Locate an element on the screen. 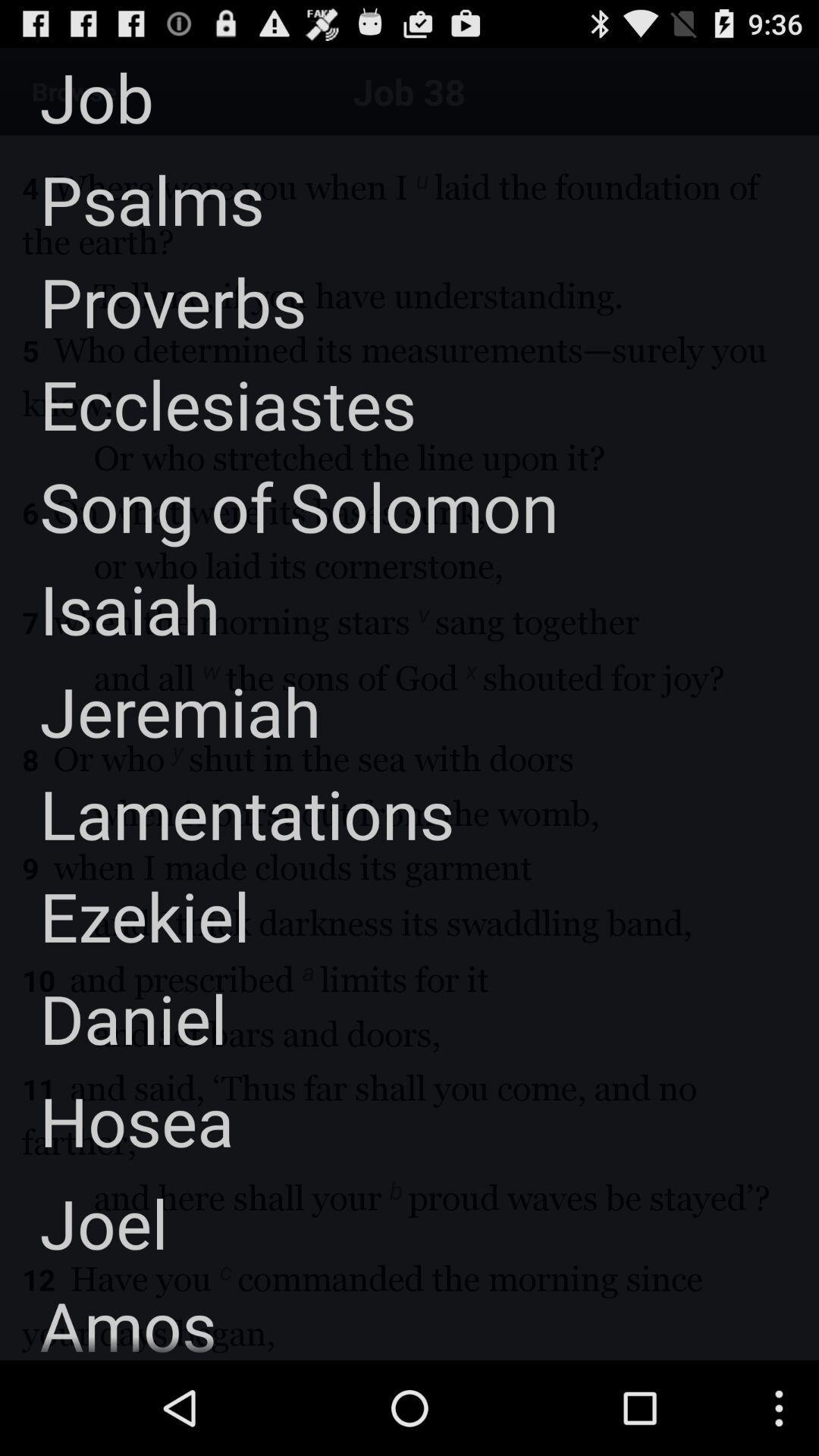 The height and width of the screenshot is (1456, 819). the item above the ezekiel icon is located at coordinates (227, 812).